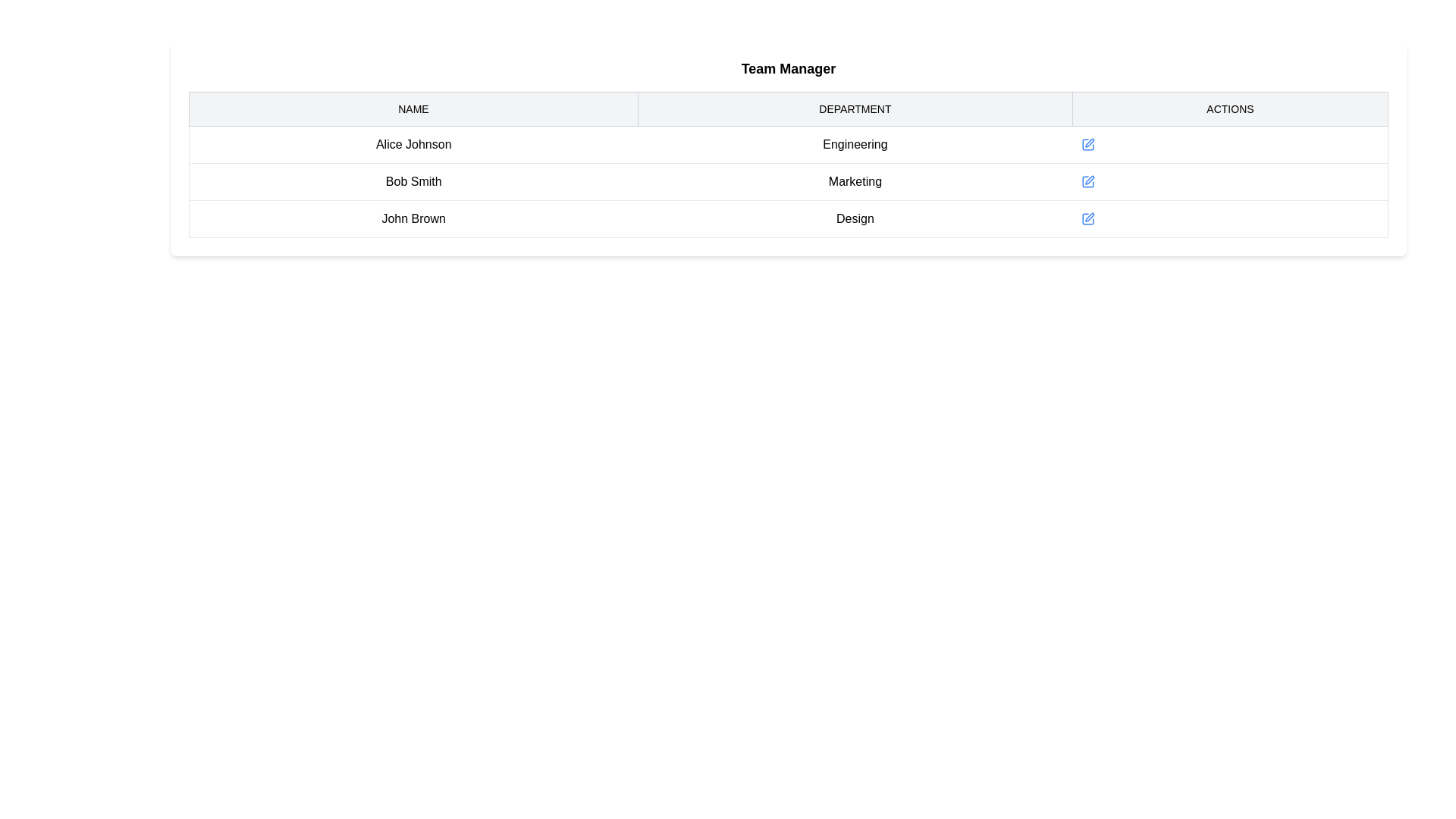 This screenshot has height=819, width=1456. I want to click on the text label displaying 'Bob Smith', so click(413, 180).